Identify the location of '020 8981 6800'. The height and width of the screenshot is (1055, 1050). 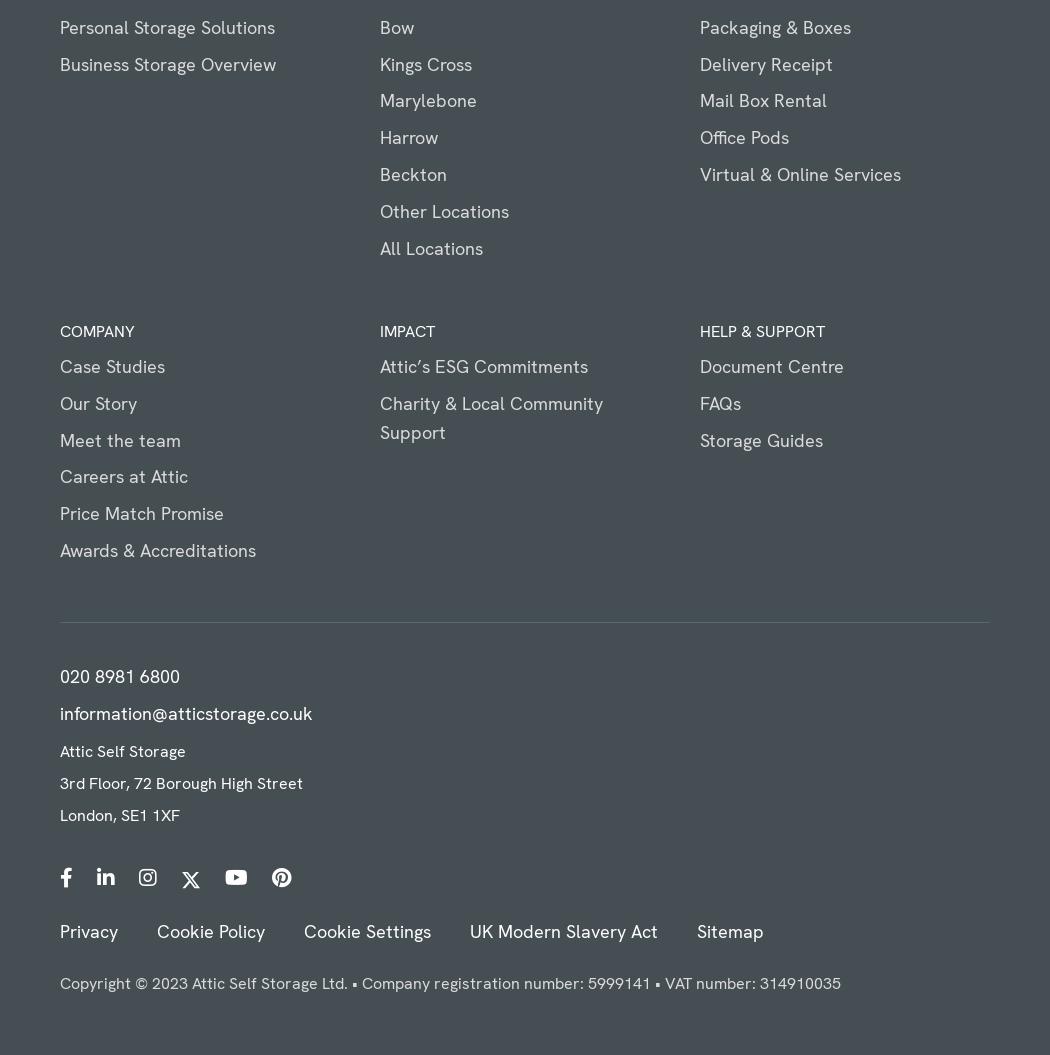
(119, 674).